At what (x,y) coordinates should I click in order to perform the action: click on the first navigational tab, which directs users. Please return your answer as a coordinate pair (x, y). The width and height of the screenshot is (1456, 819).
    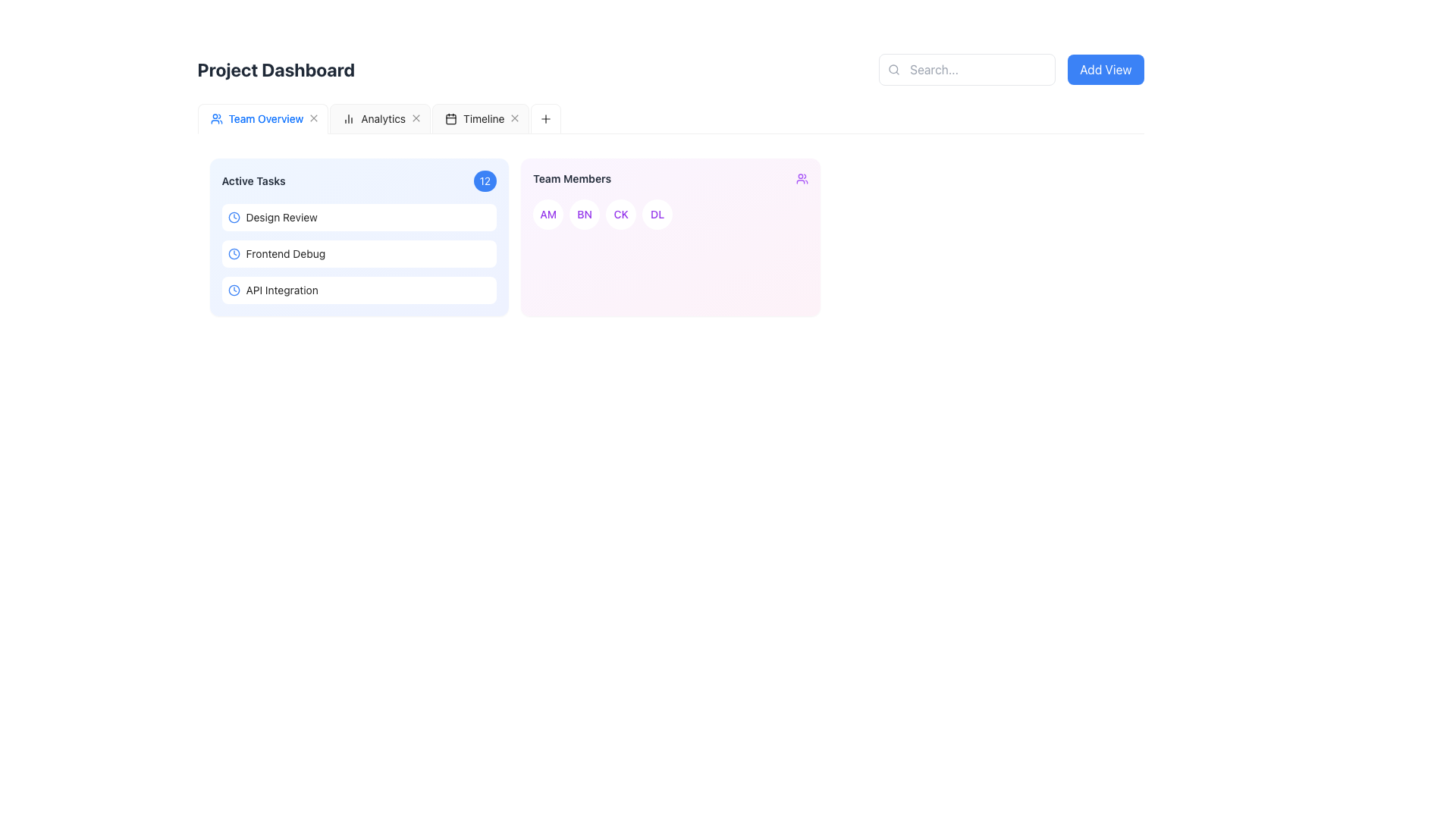
    Looking at the image, I should click on (230, 118).